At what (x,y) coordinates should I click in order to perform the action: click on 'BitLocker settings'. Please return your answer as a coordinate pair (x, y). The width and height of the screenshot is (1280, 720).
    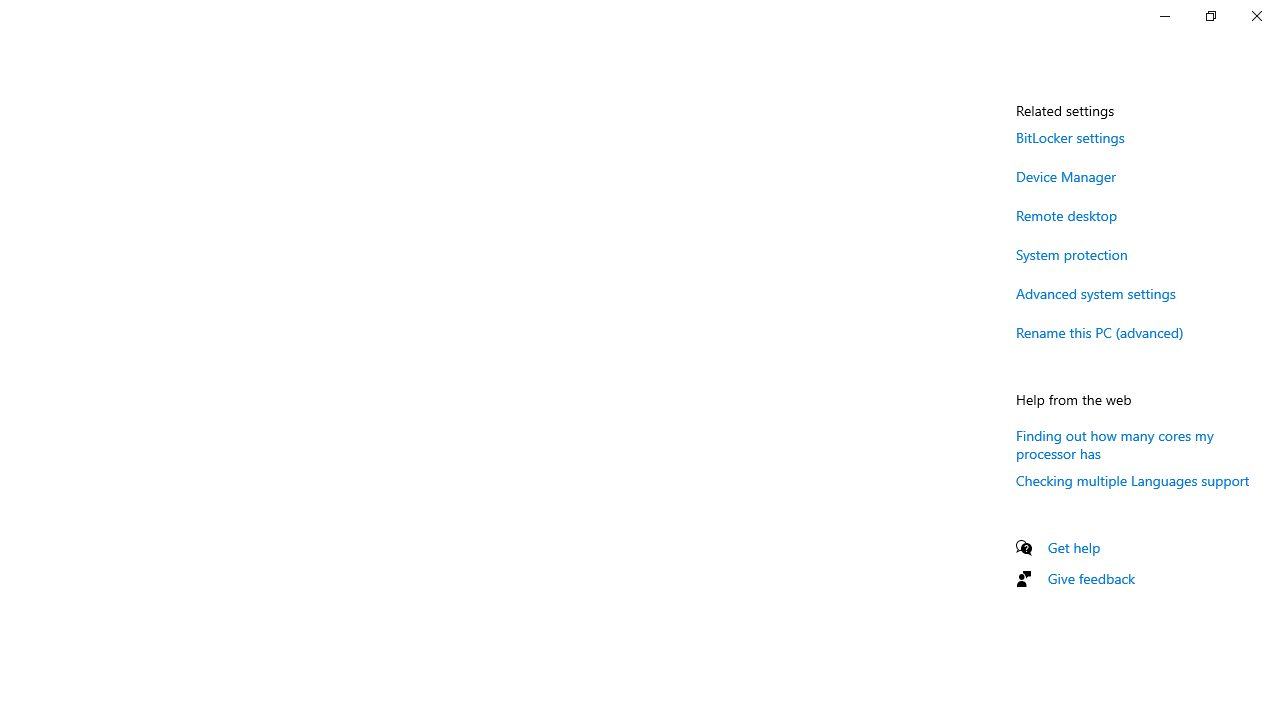
    Looking at the image, I should click on (1069, 136).